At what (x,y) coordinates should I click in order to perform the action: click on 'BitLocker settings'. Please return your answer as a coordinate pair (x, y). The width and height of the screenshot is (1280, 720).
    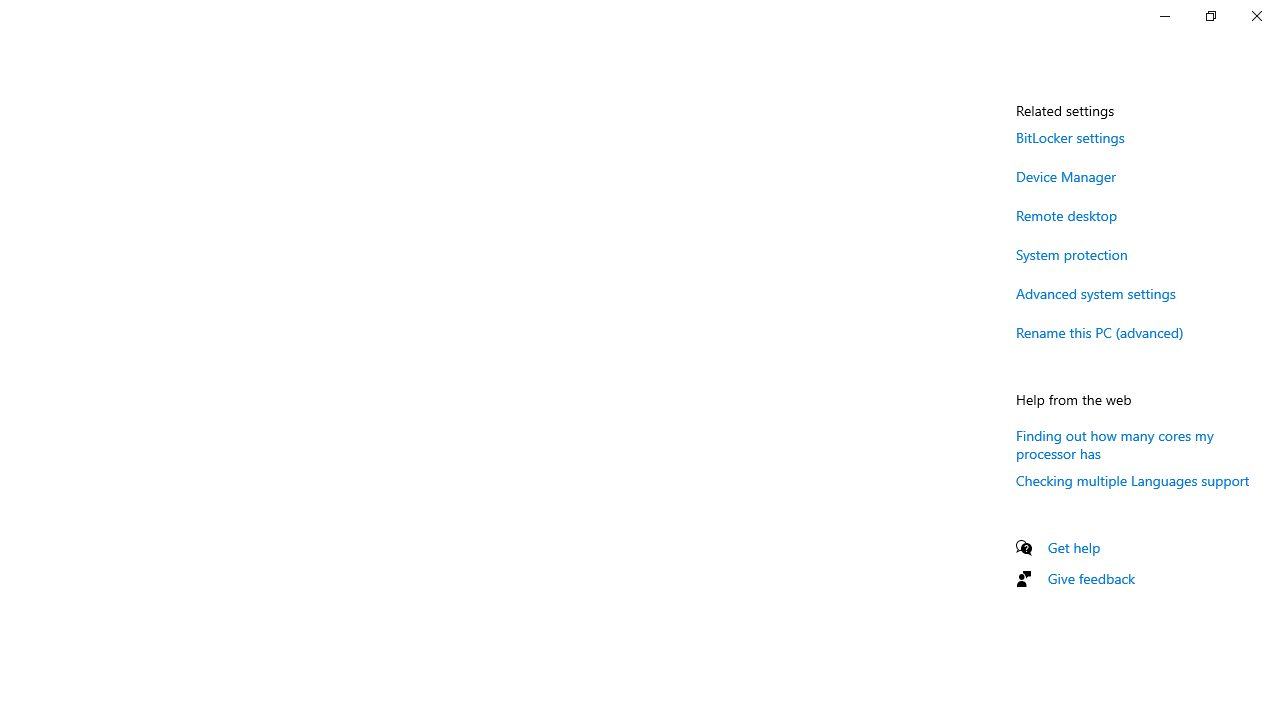
    Looking at the image, I should click on (1069, 136).